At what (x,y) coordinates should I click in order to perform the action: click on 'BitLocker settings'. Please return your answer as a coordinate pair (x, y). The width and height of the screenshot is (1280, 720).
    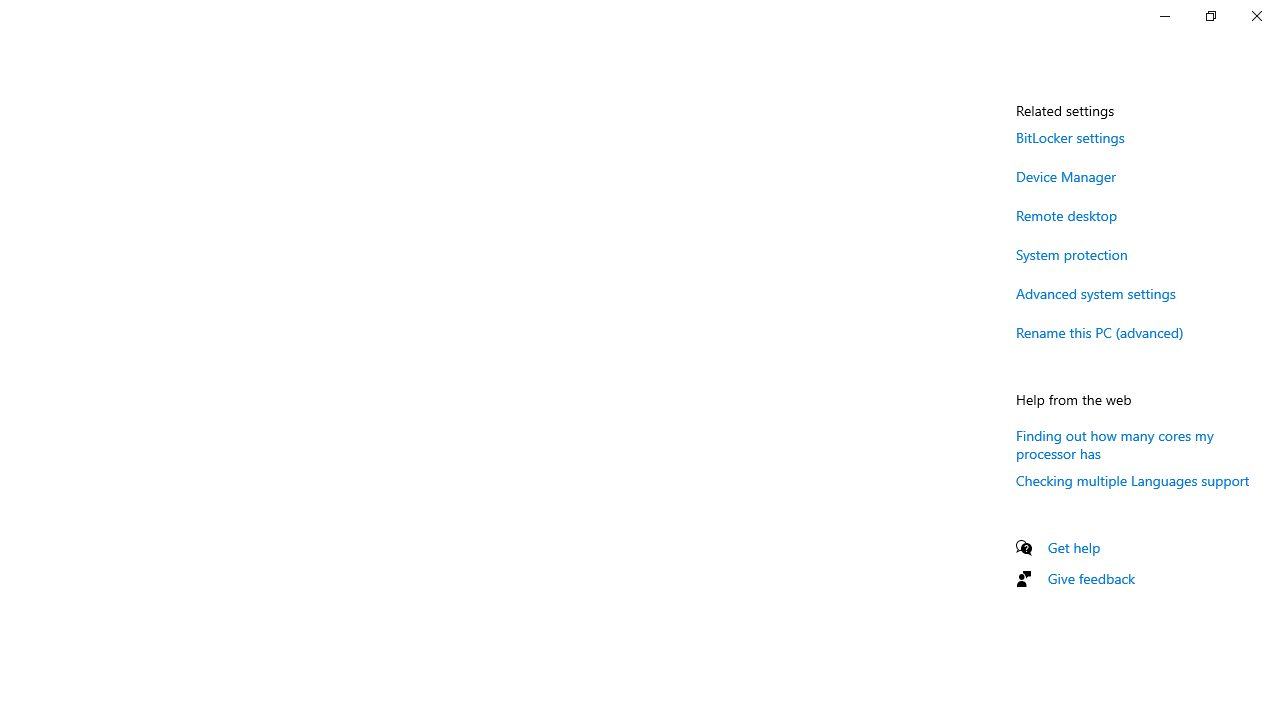
    Looking at the image, I should click on (1069, 136).